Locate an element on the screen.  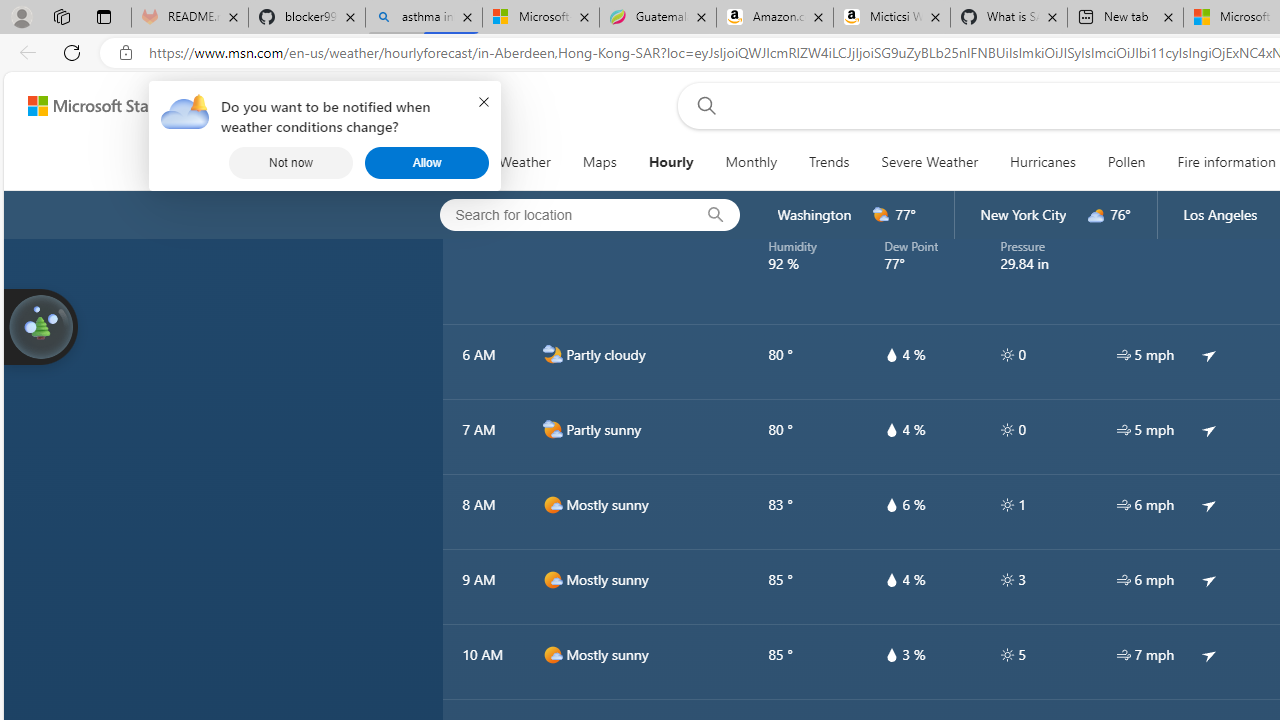
'Search for location' is located at coordinates (560, 214).